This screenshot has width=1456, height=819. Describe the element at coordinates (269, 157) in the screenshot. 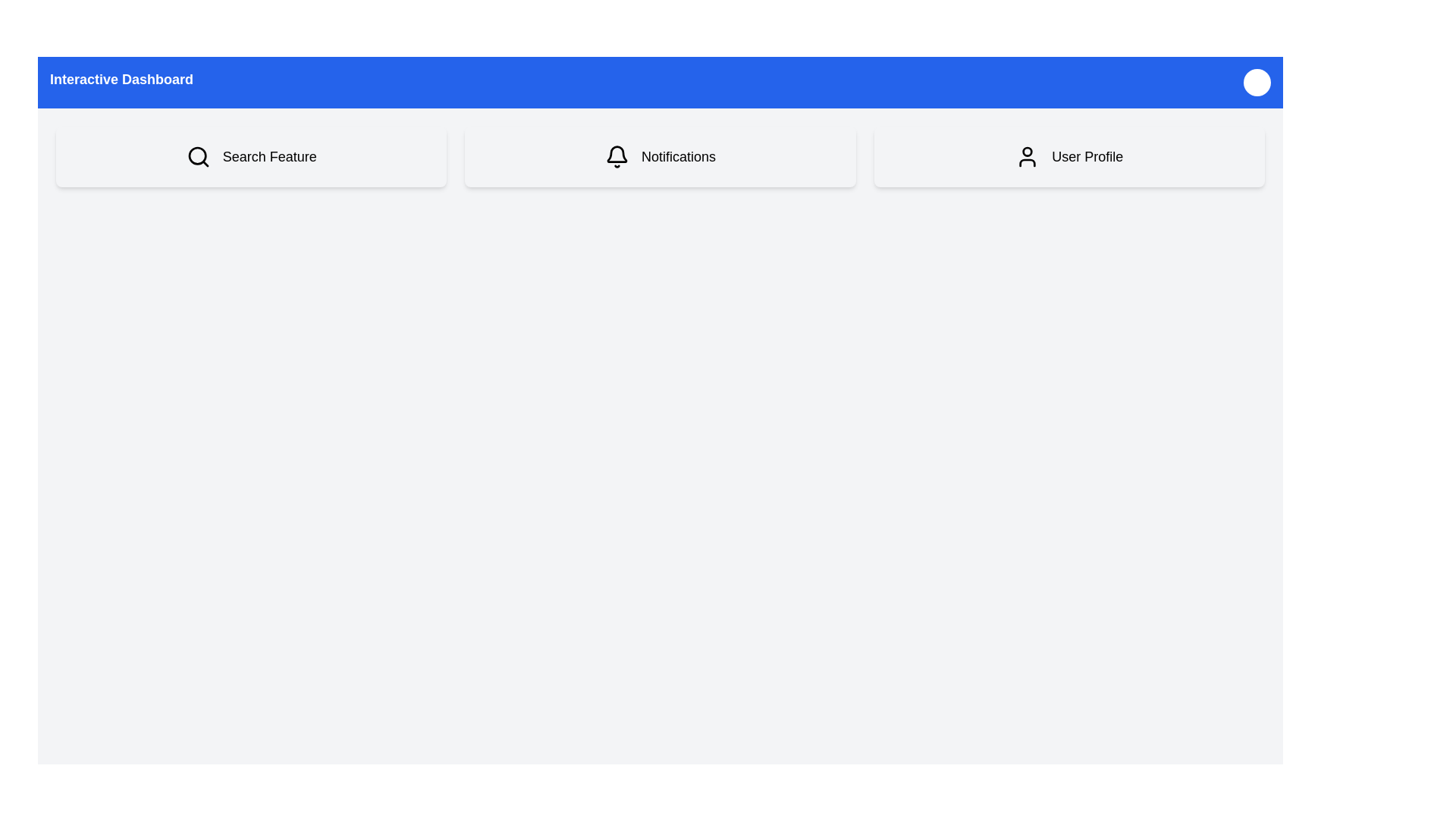

I see `the static text label that describes the purpose of the adjacent search functionality, located to the right of the magnifying glass icon` at that location.